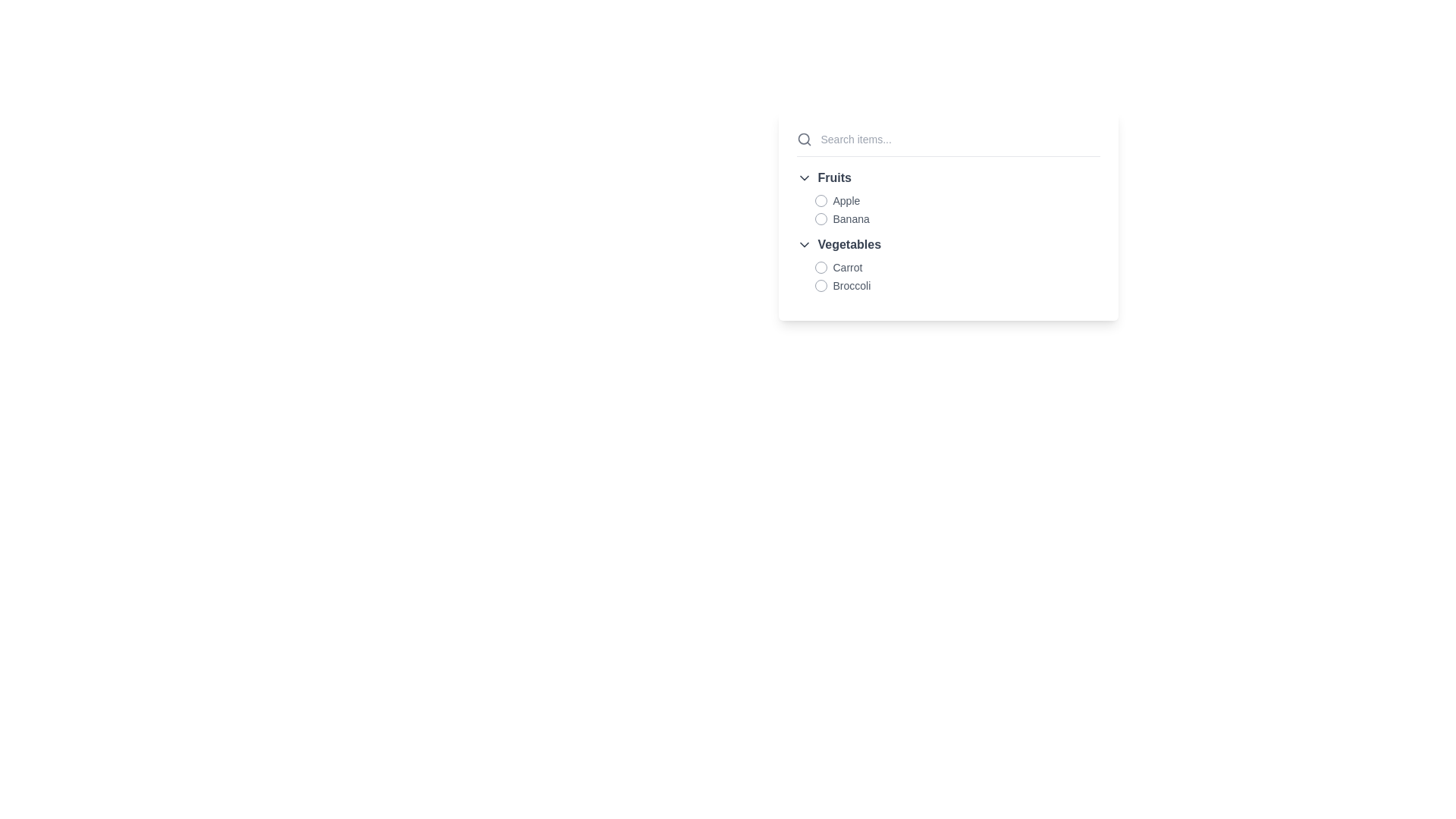 The height and width of the screenshot is (819, 1456). What do you see at coordinates (820, 219) in the screenshot?
I see `the radio button located to the left of the 'Banana' text label in the 'Fruits' section of the grouped list menu` at bounding box center [820, 219].